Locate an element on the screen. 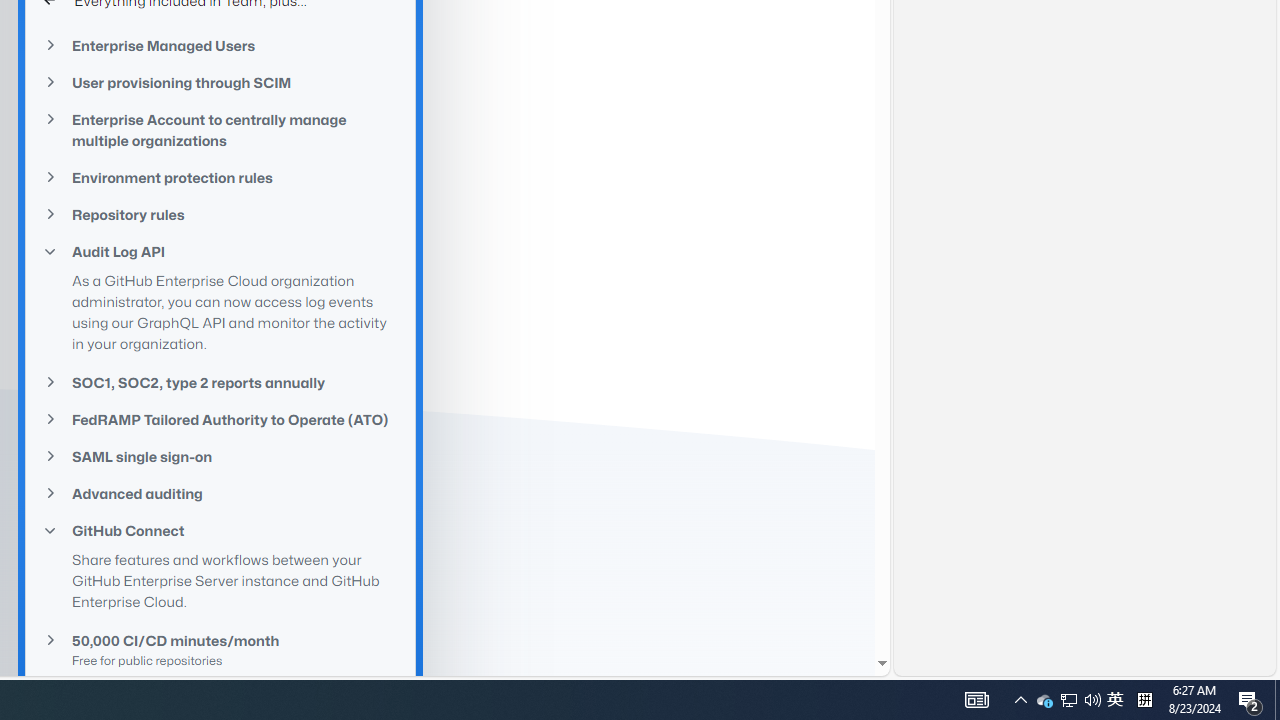 Image resolution: width=1280 pixels, height=720 pixels. 'FedRAMP Tailored Authority to Operate (ATO)' is located at coordinates (220, 419).